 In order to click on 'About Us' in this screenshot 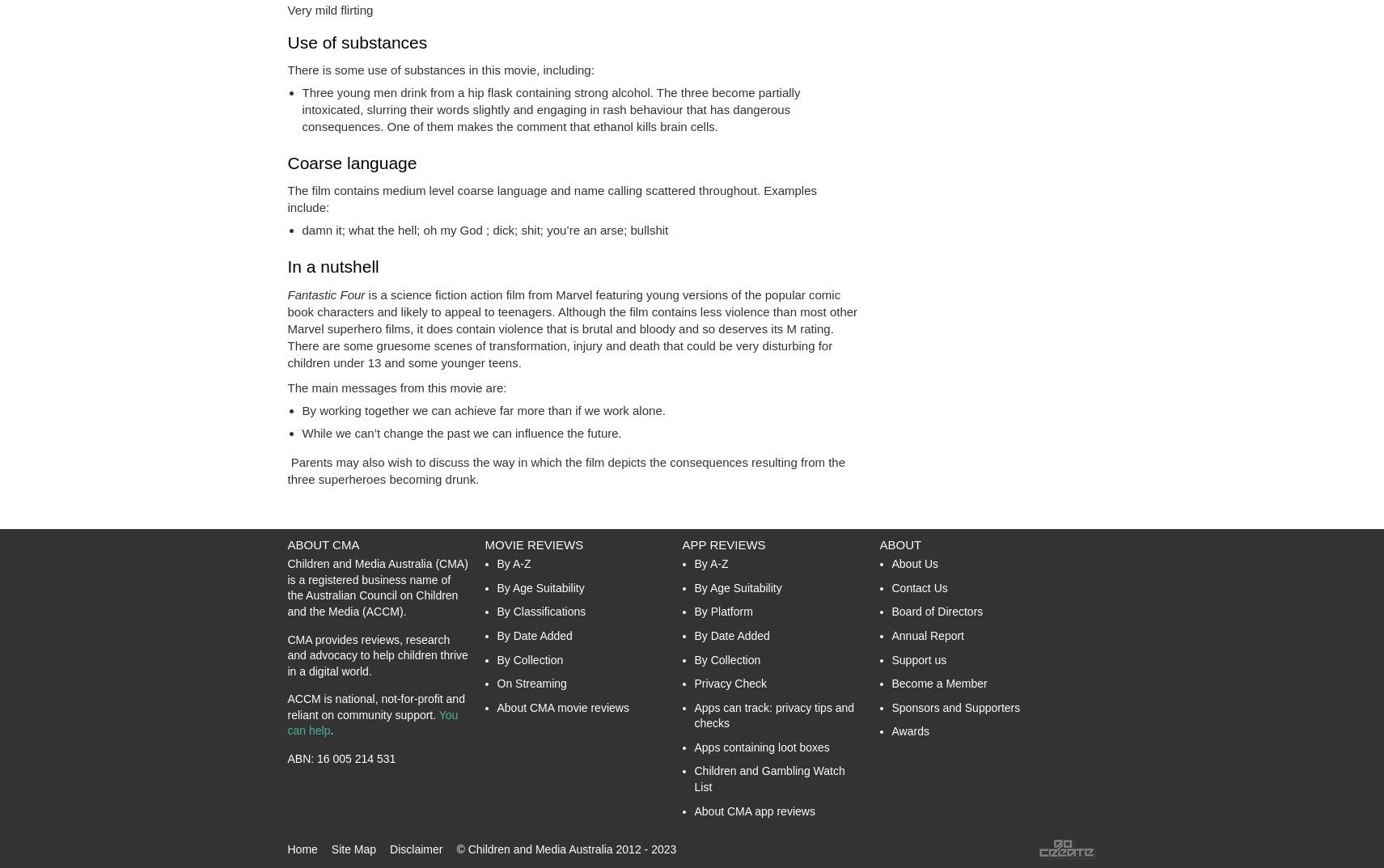, I will do `click(914, 564)`.